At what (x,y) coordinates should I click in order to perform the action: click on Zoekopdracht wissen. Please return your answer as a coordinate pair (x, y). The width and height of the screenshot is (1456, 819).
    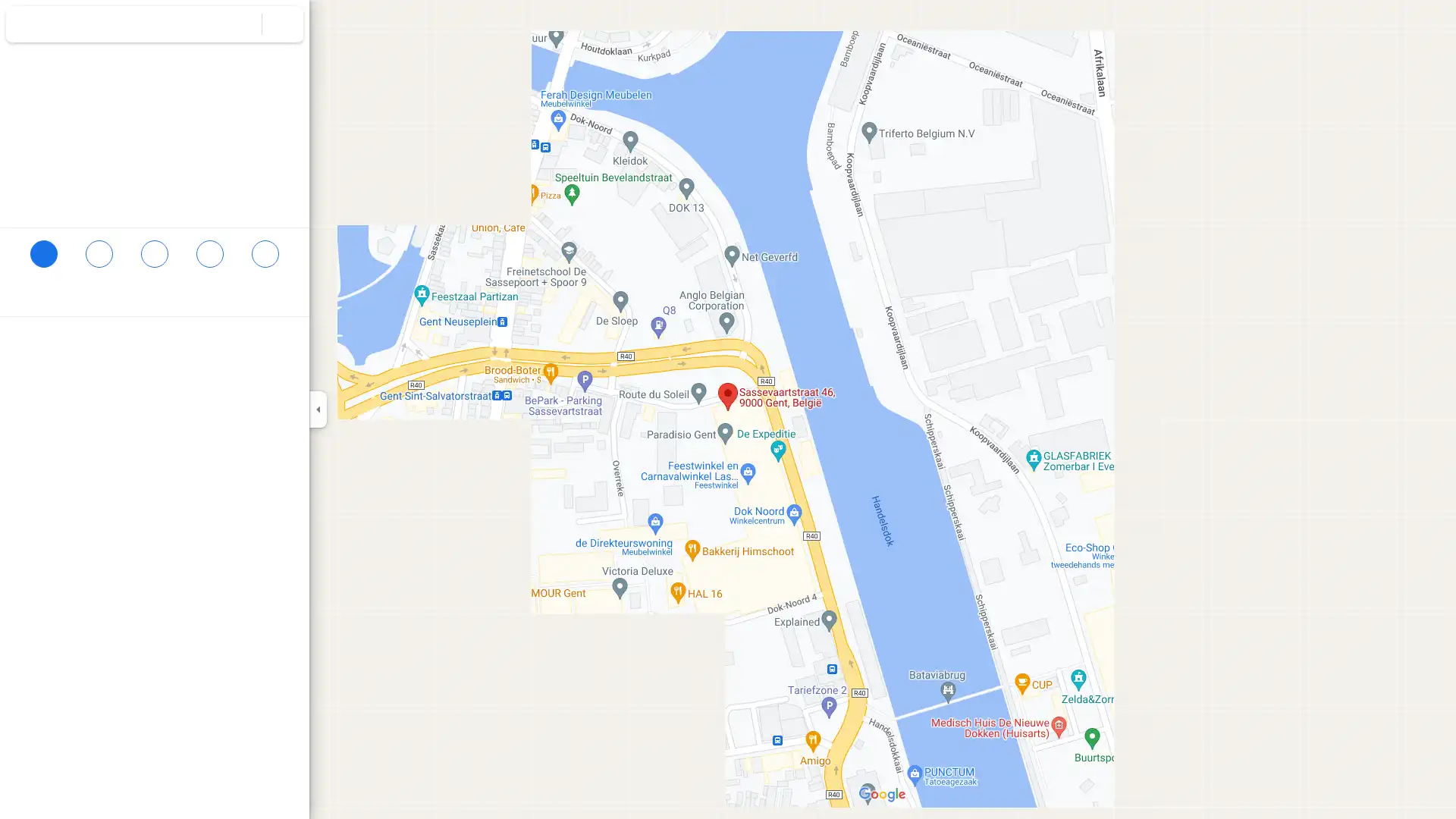
    Looking at the image, I should click on (283, 24).